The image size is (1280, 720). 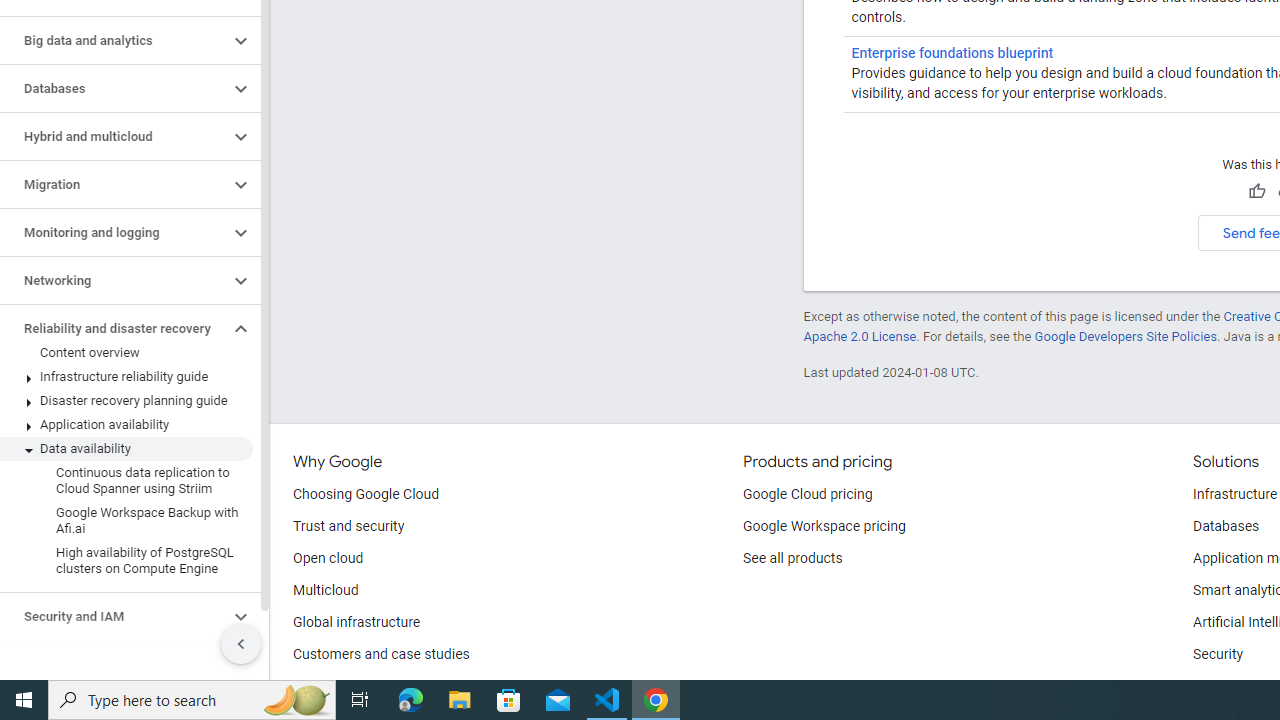 What do you see at coordinates (1255, 192) in the screenshot?
I see `'Helpful'` at bounding box center [1255, 192].